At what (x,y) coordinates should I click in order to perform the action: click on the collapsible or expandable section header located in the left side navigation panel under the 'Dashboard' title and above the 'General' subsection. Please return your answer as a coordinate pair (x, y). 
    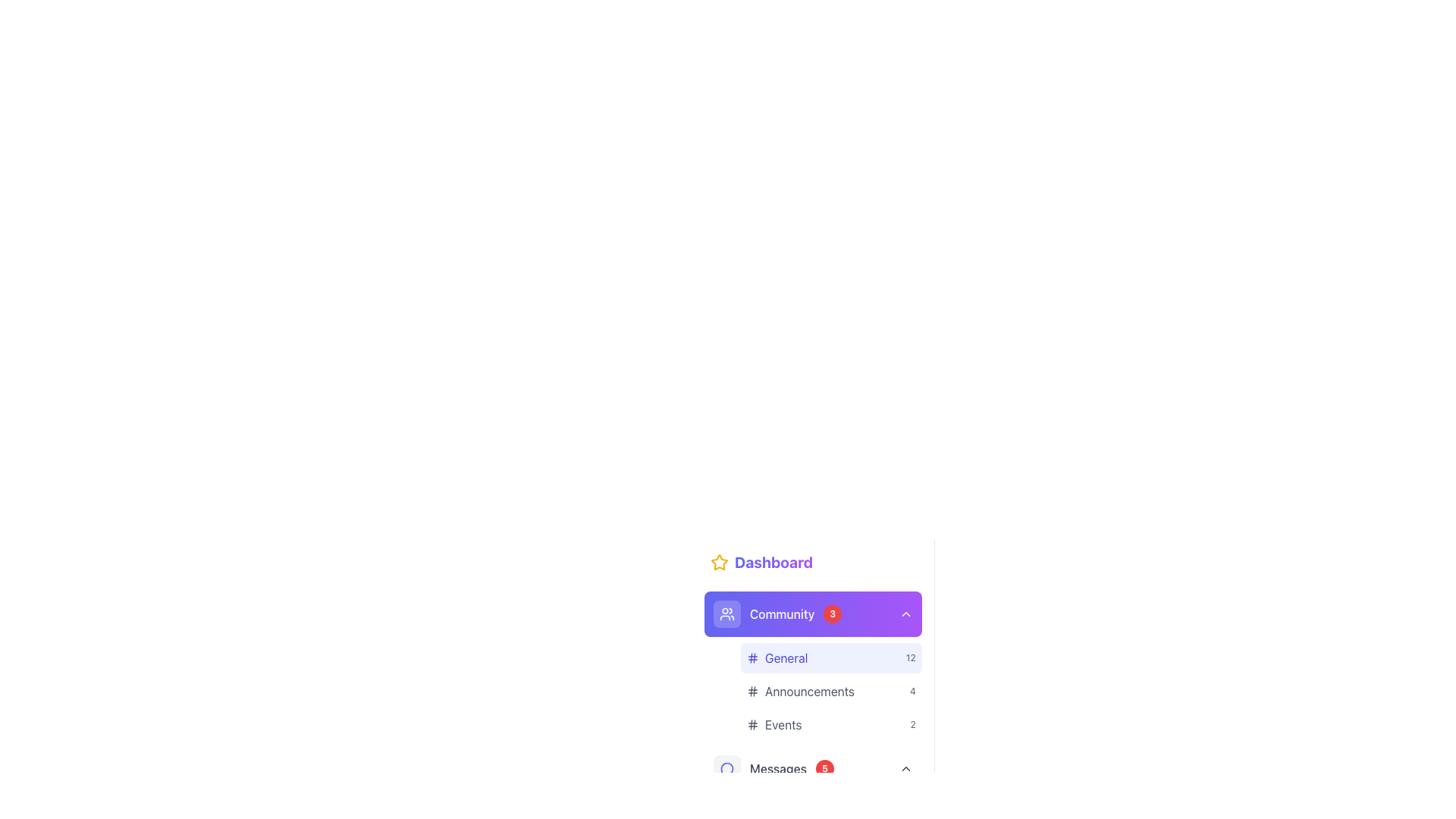
    Looking at the image, I should click on (812, 614).